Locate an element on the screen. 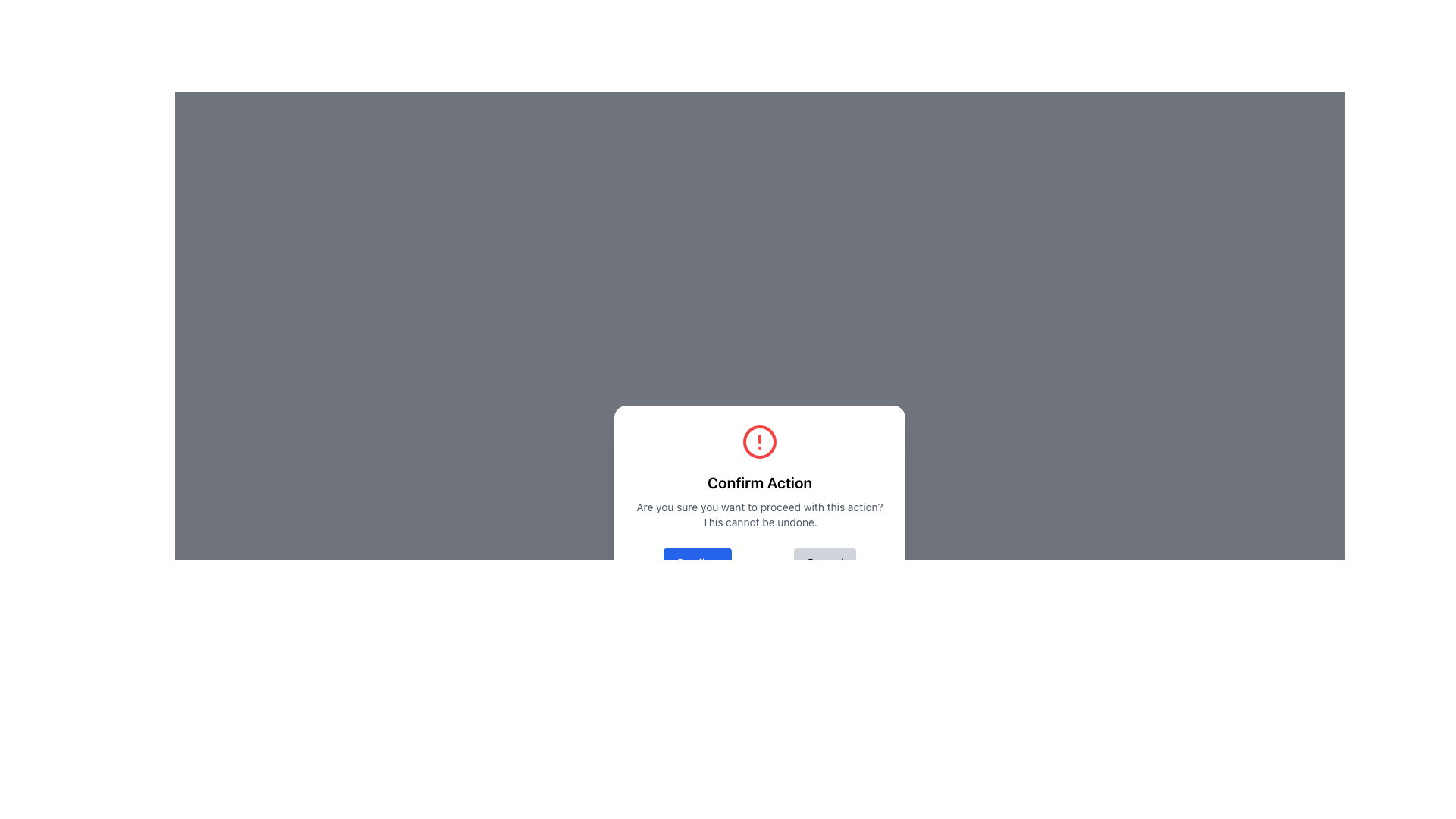 The width and height of the screenshot is (1456, 819). the cancel button positioned to the right of the Confirm button is located at coordinates (824, 563).